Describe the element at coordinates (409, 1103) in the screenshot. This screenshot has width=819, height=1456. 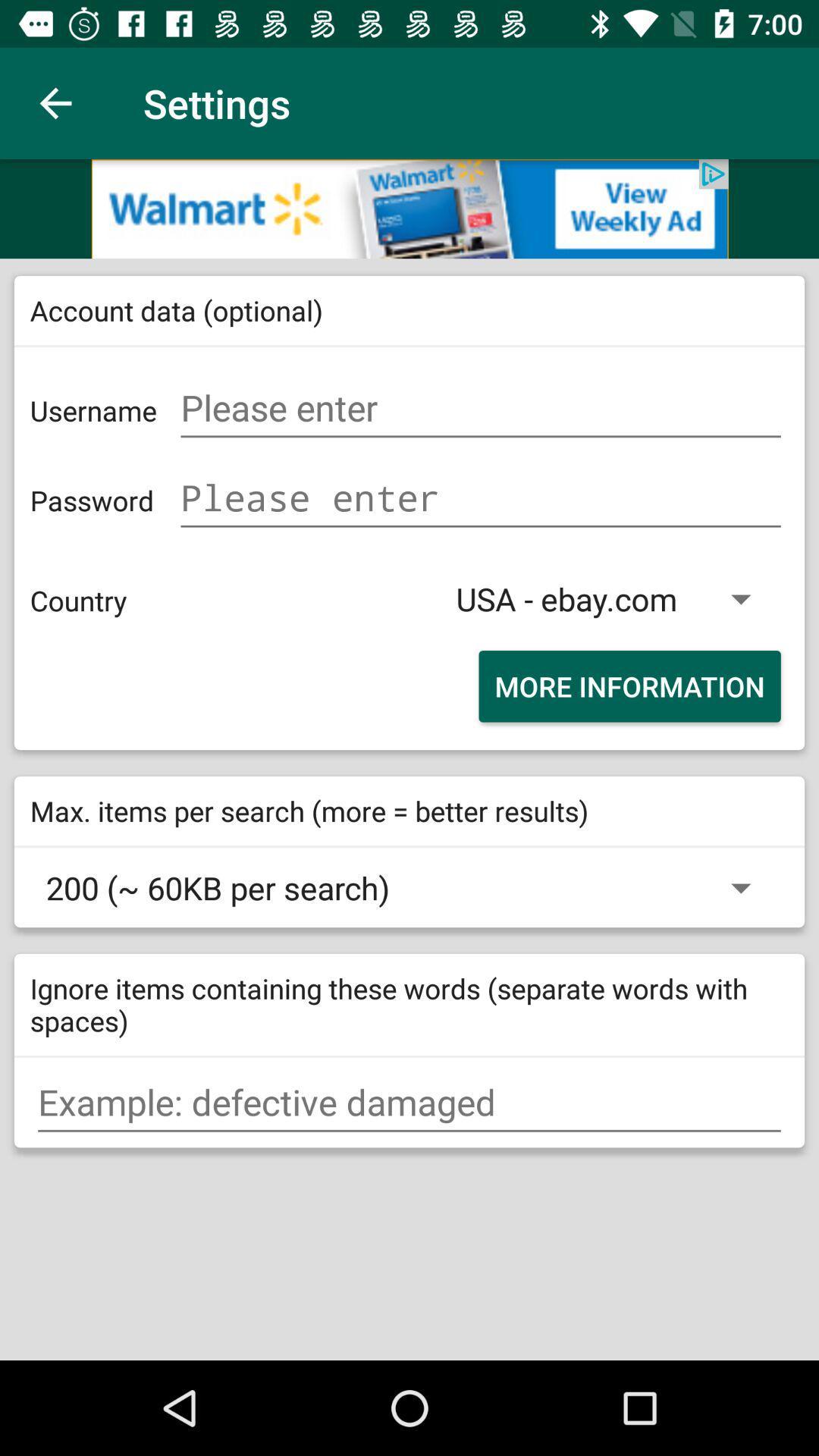
I see `search the any one` at that location.